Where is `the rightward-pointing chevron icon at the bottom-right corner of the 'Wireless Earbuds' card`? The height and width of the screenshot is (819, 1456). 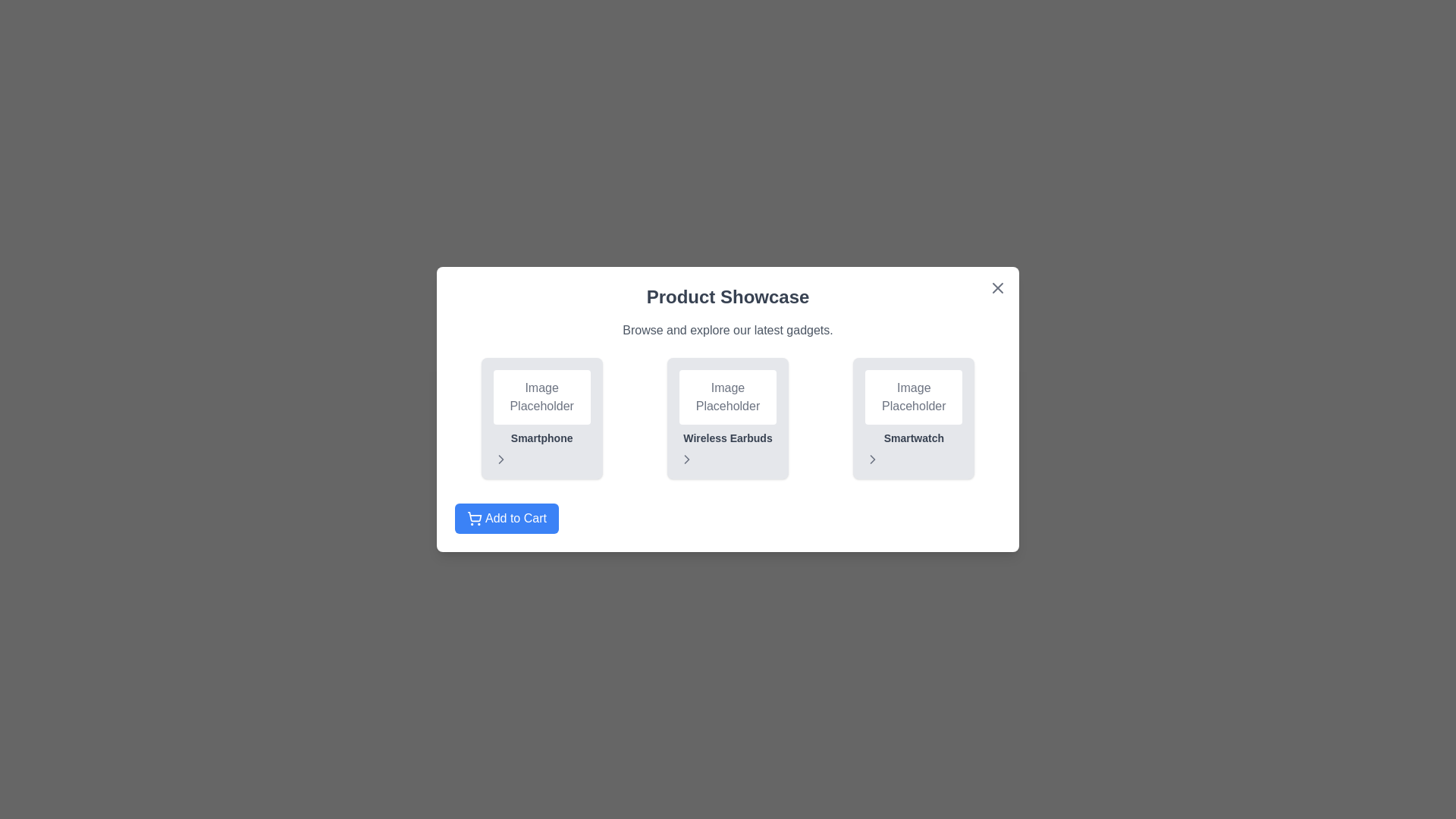 the rightward-pointing chevron icon at the bottom-right corner of the 'Wireless Earbuds' card is located at coordinates (686, 458).